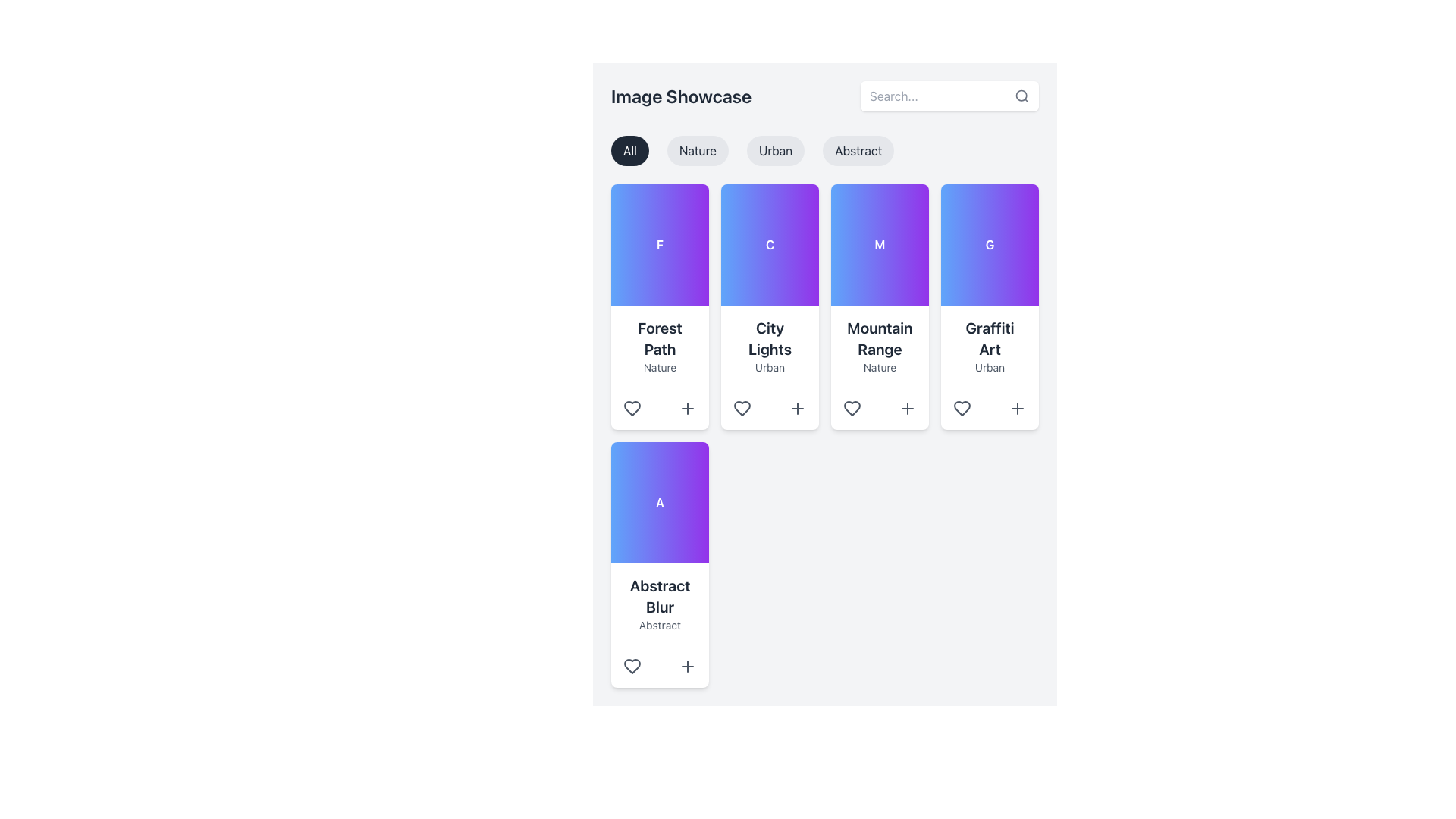 This screenshot has width=1456, height=819. I want to click on the Text Label located directly below 'City Lights' in the second card from the left in the top row of the display grid, so click(770, 368).